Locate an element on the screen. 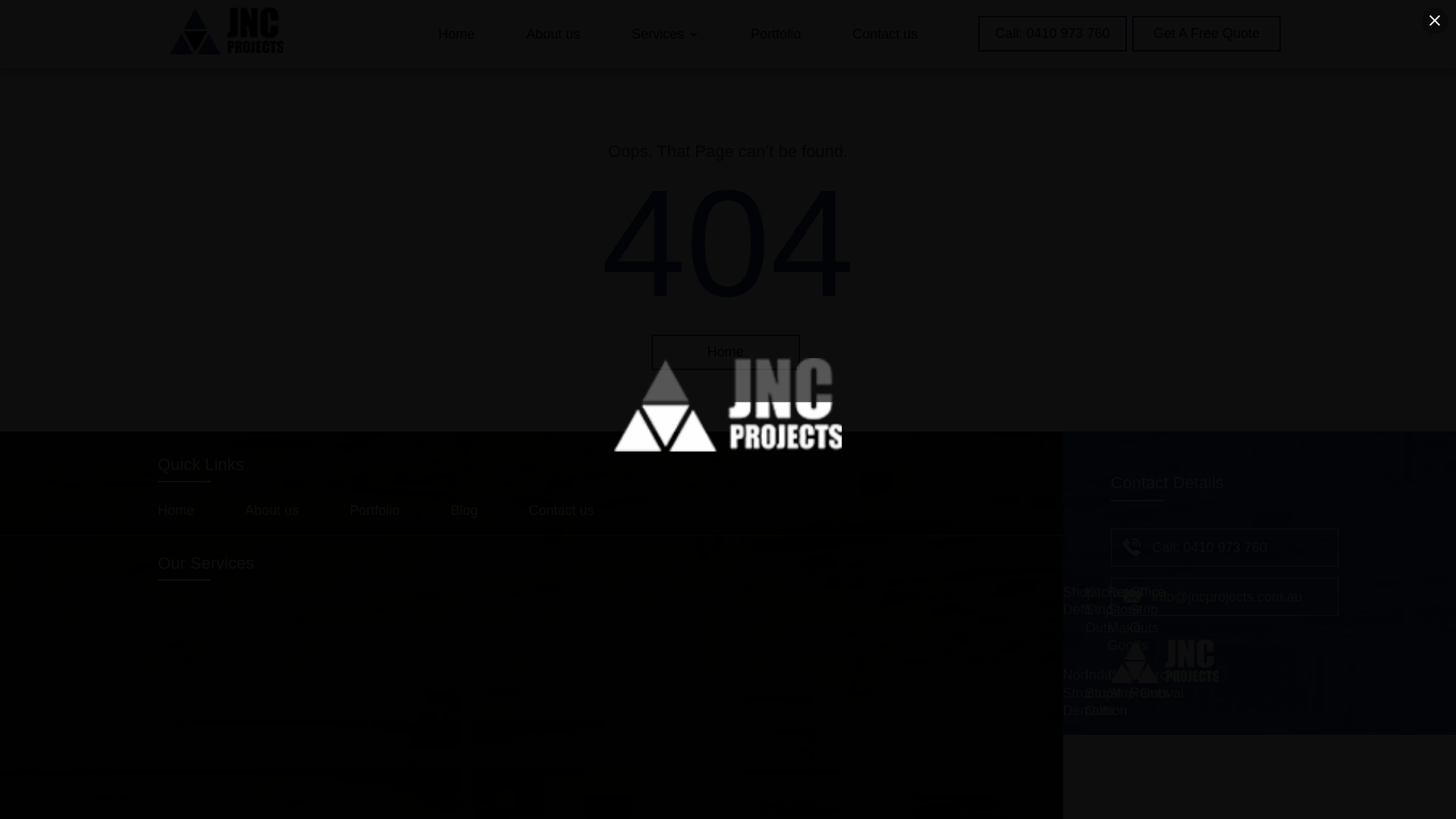 The image size is (1456, 819). 'Blog' is located at coordinates (480, 510).